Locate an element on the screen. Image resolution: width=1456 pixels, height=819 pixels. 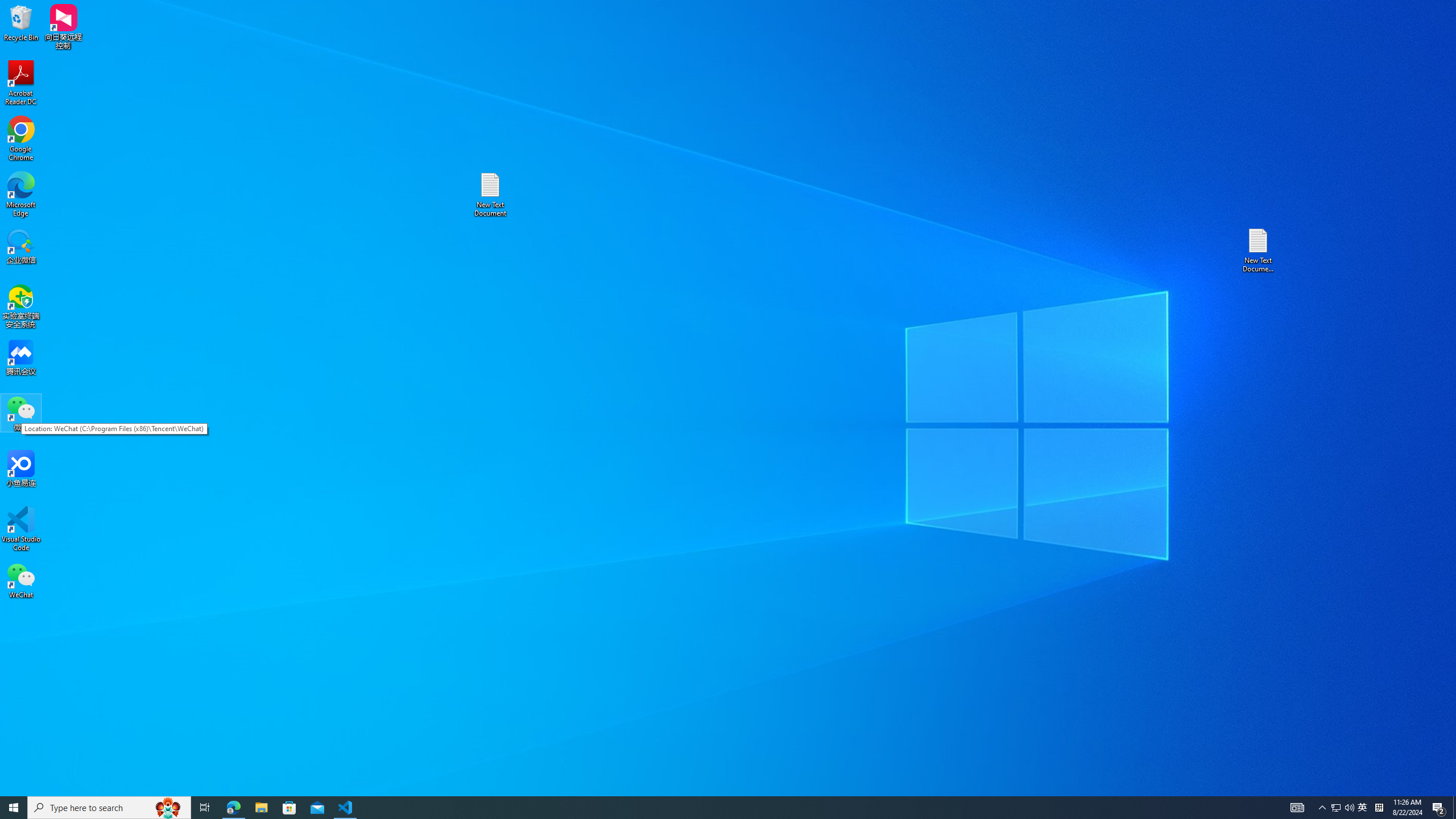
'Recycle Bin' is located at coordinates (20, 22).